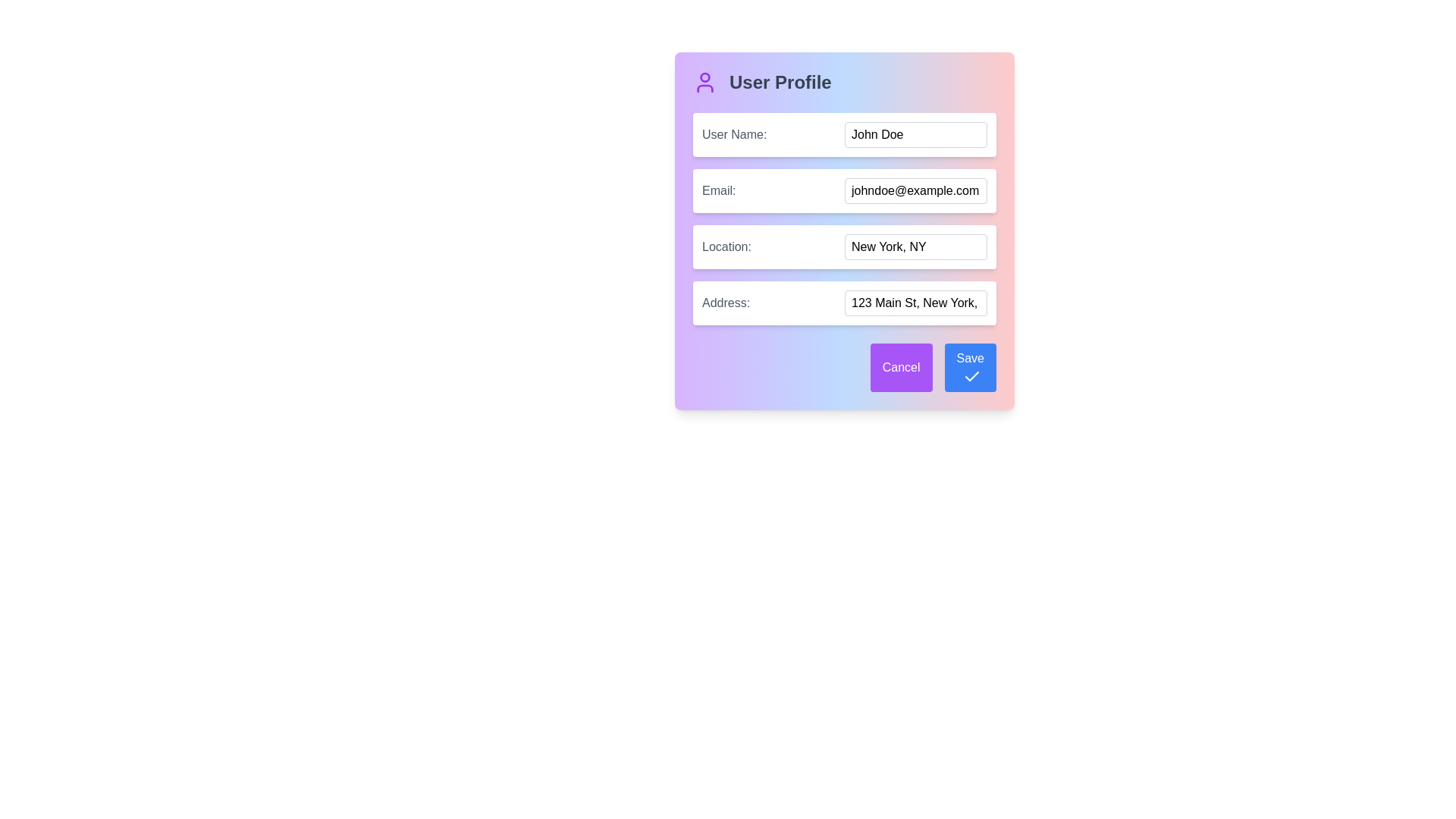 The image size is (1456, 819). What do you see at coordinates (901, 368) in the screenshot?
I see `the 'Cancel' button` at bounding box center [901, 368].